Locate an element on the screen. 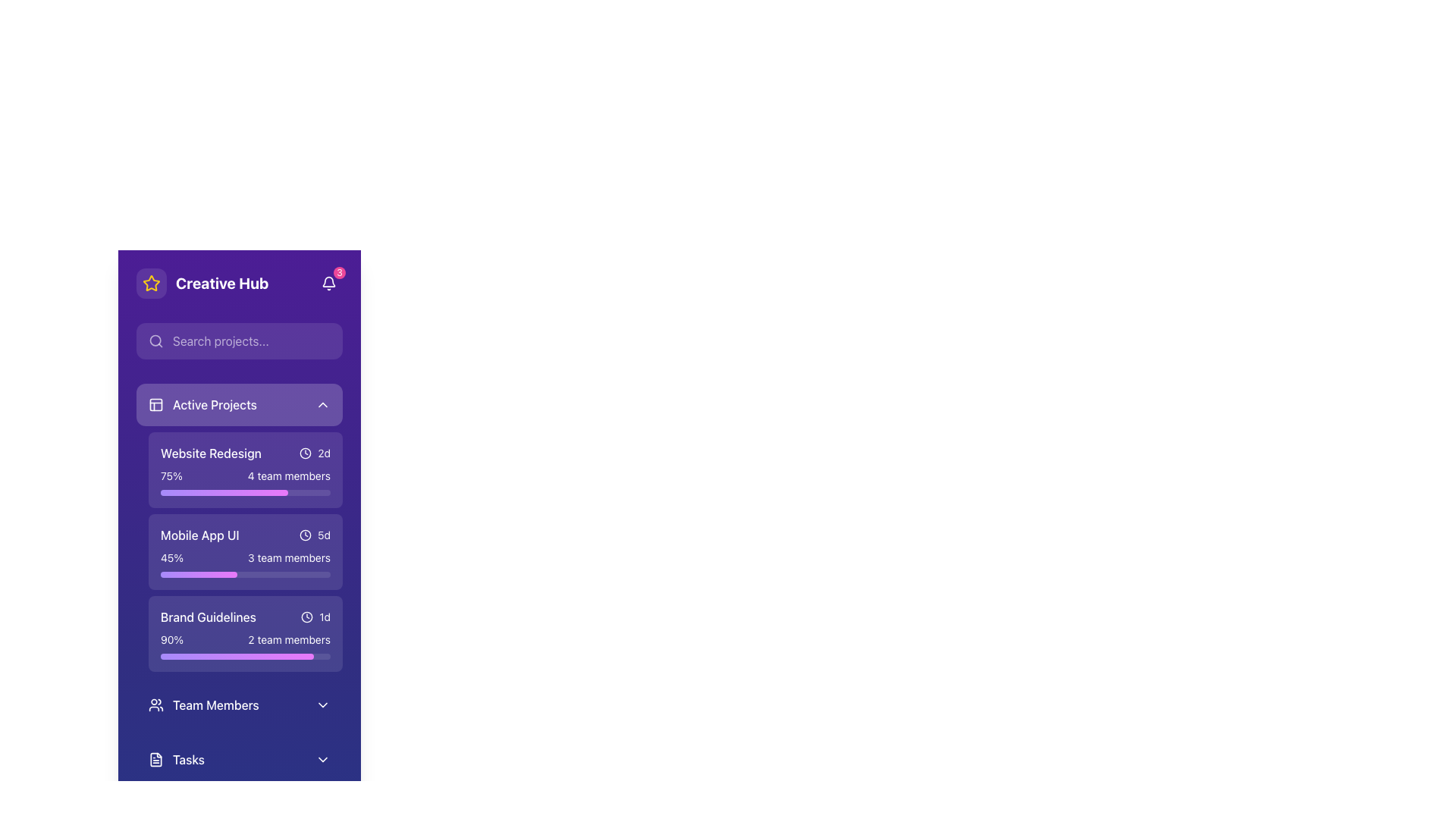 The image size is (1456, 819). the project name is located at coordinates (246, 534).